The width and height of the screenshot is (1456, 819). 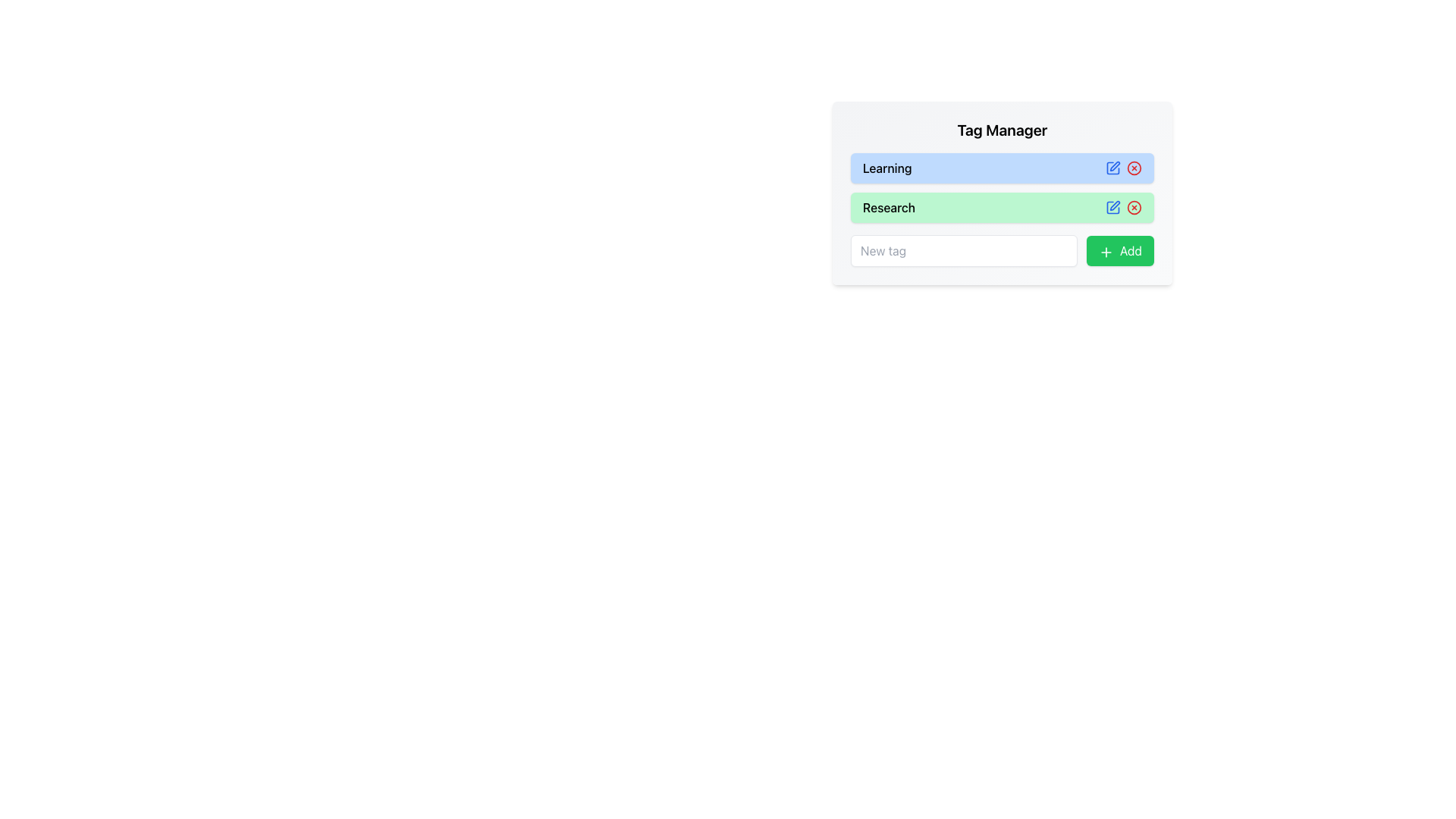 I want to click on the green button with rounded edges labeled 'Add' to observe its hover effect, so click(x=1120, y=250).